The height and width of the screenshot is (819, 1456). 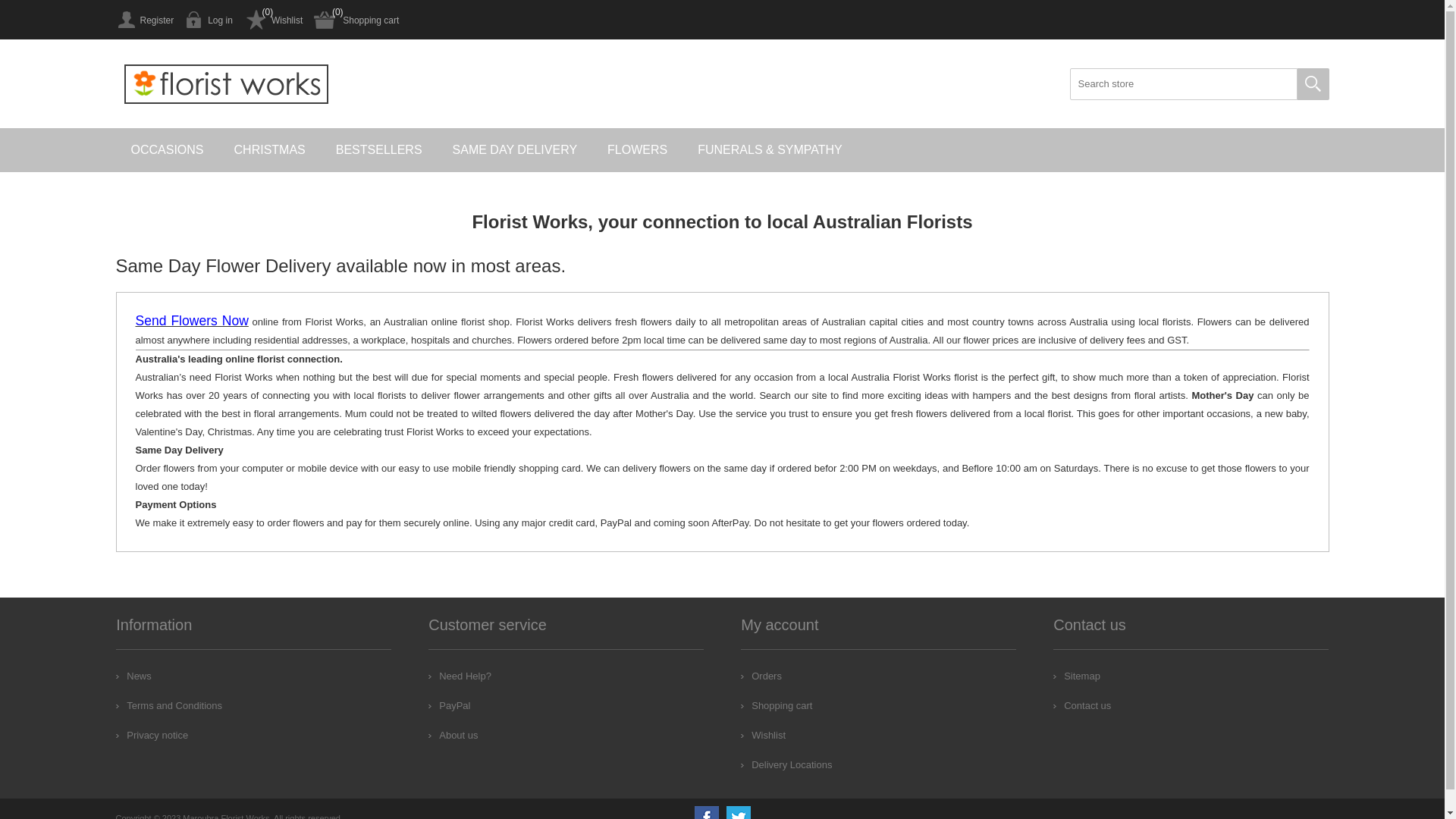 What do you see at coordinates (459, 675) in the screenshot?
I see `'Need Help?'` at bounding box center [459, 675].